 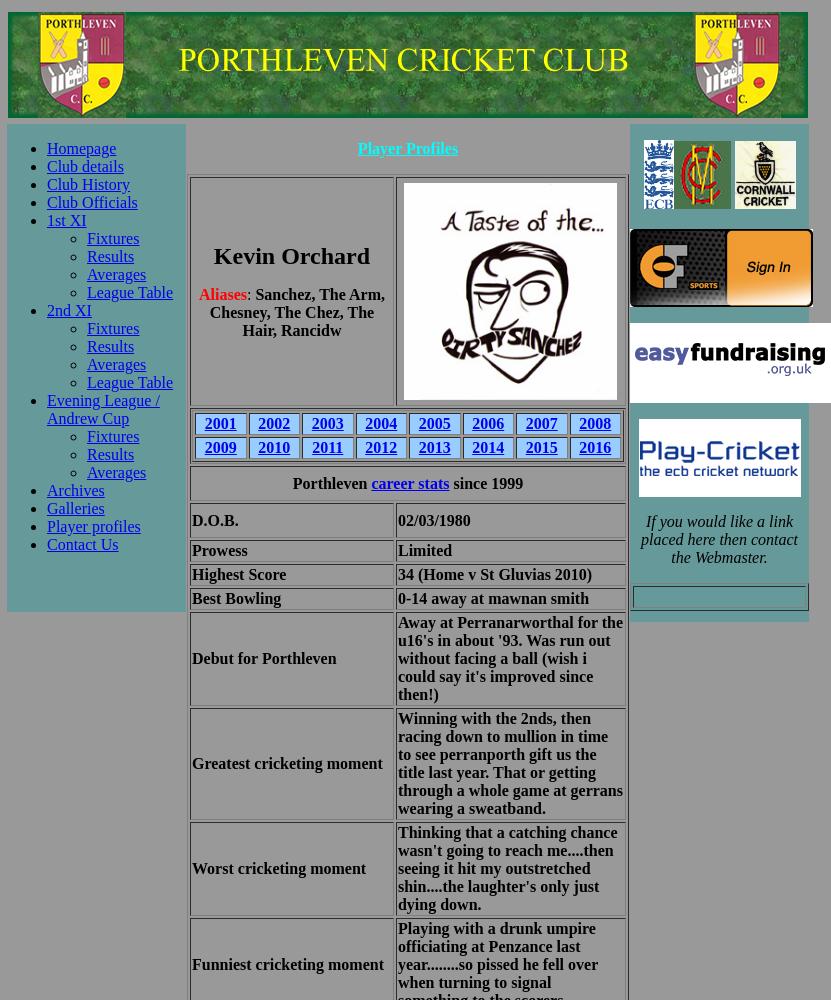 I want to click on '2005', so click(x=433, y=423).